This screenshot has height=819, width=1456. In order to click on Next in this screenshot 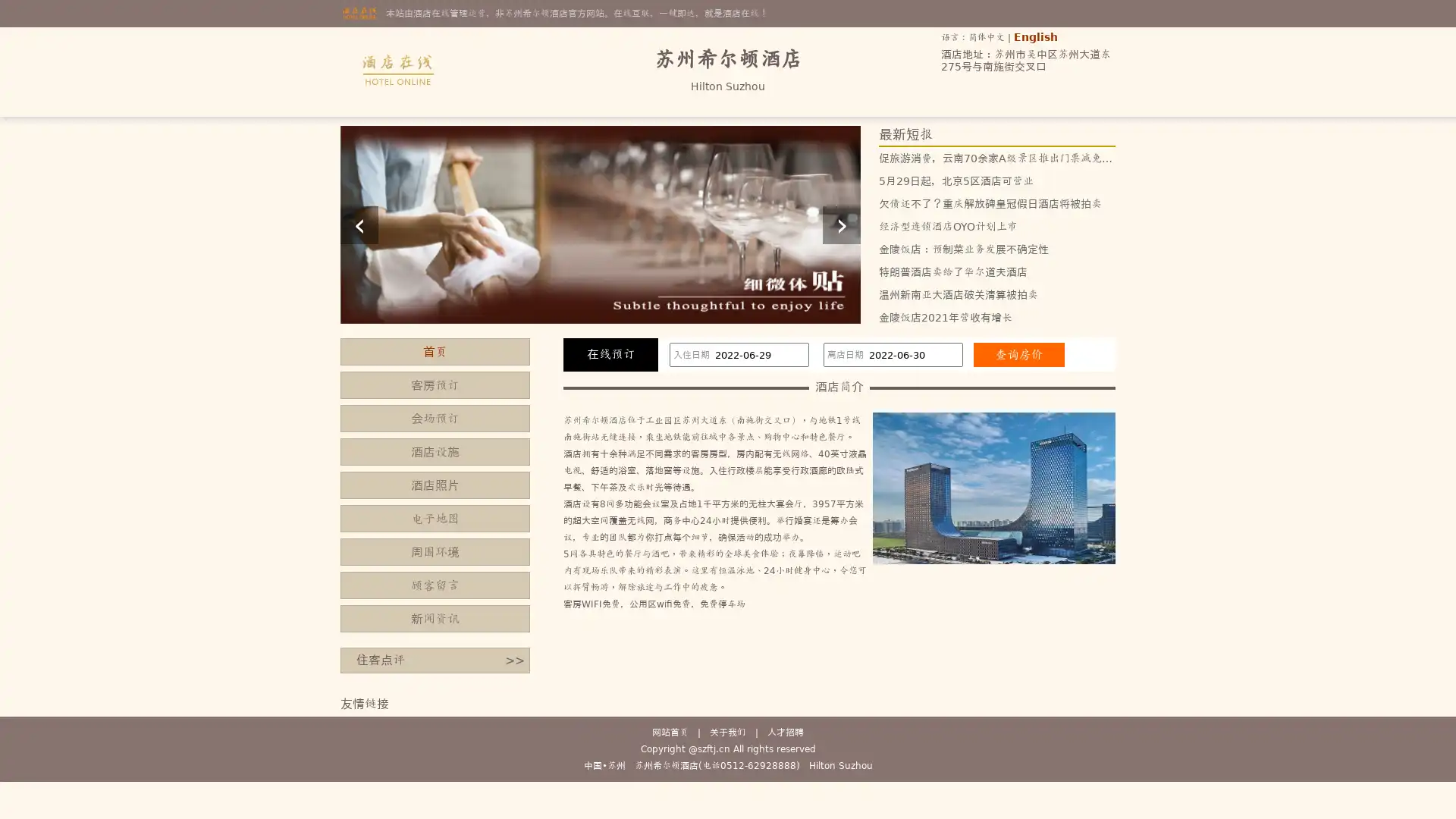, I will do `click(840, 224)`.